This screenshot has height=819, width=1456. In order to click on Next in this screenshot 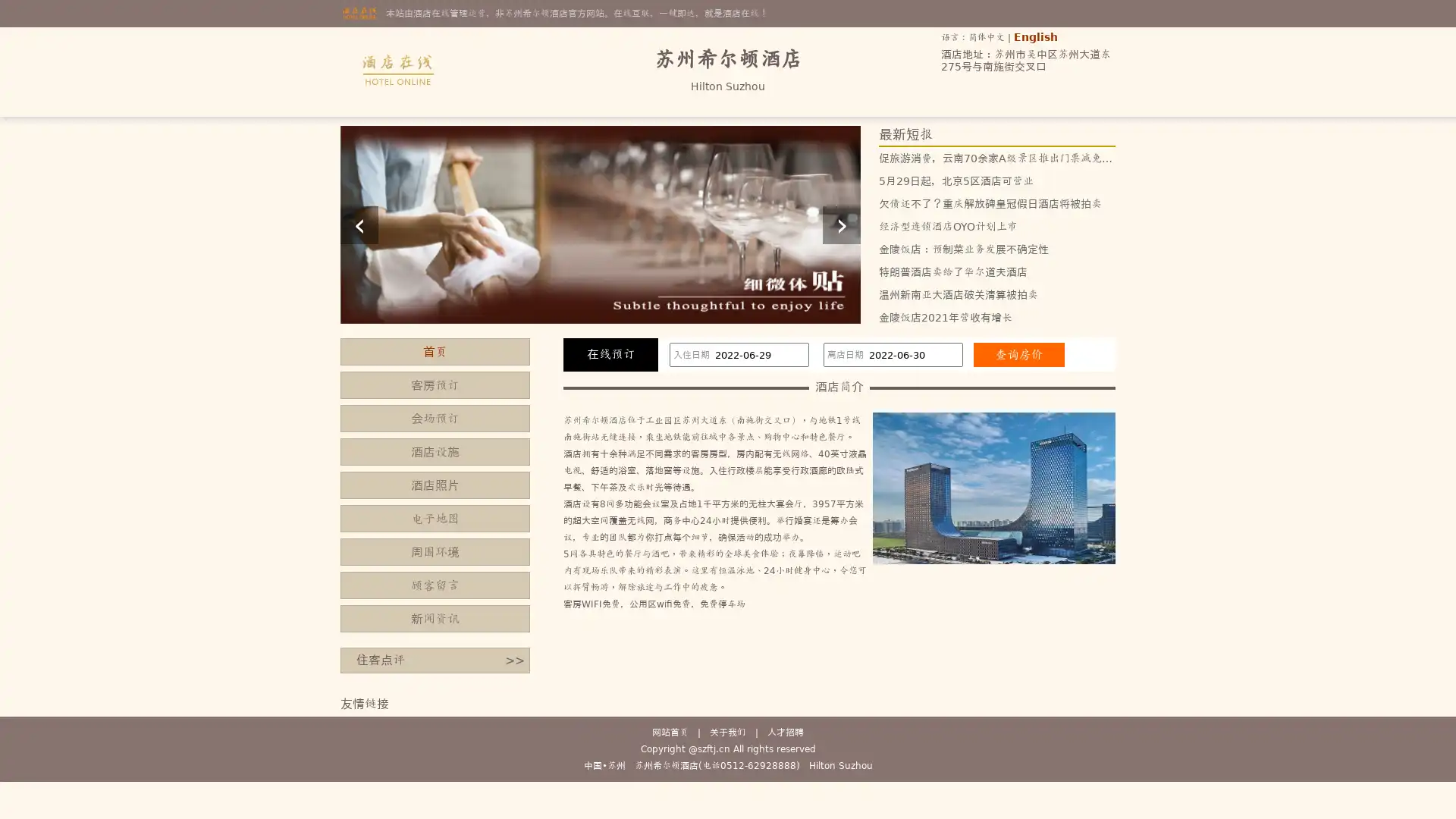, I will do `click(840, 224)`.